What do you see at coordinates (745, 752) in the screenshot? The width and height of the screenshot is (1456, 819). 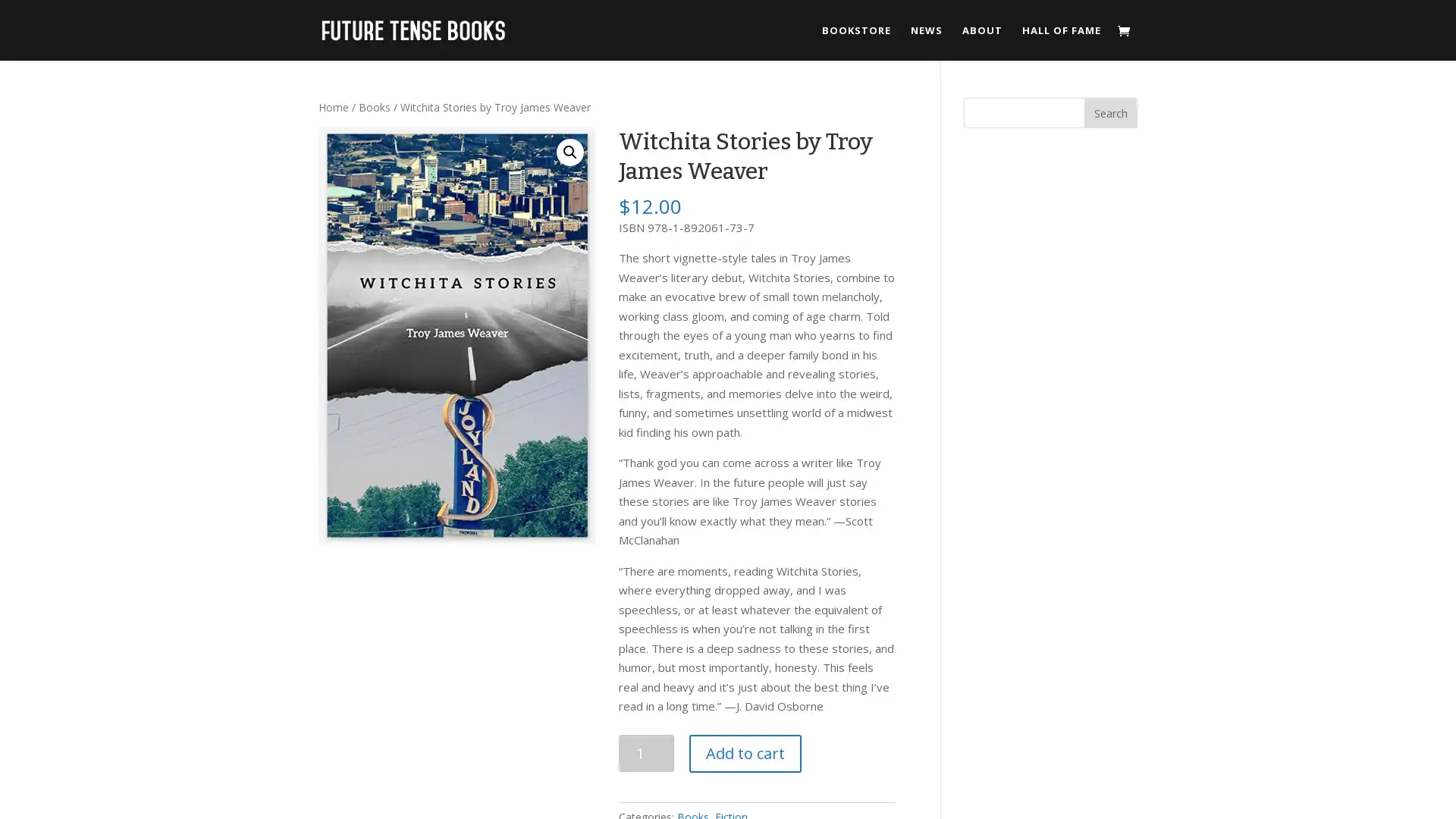 I see `Add to cart 5` at bounding box center [745, 752].